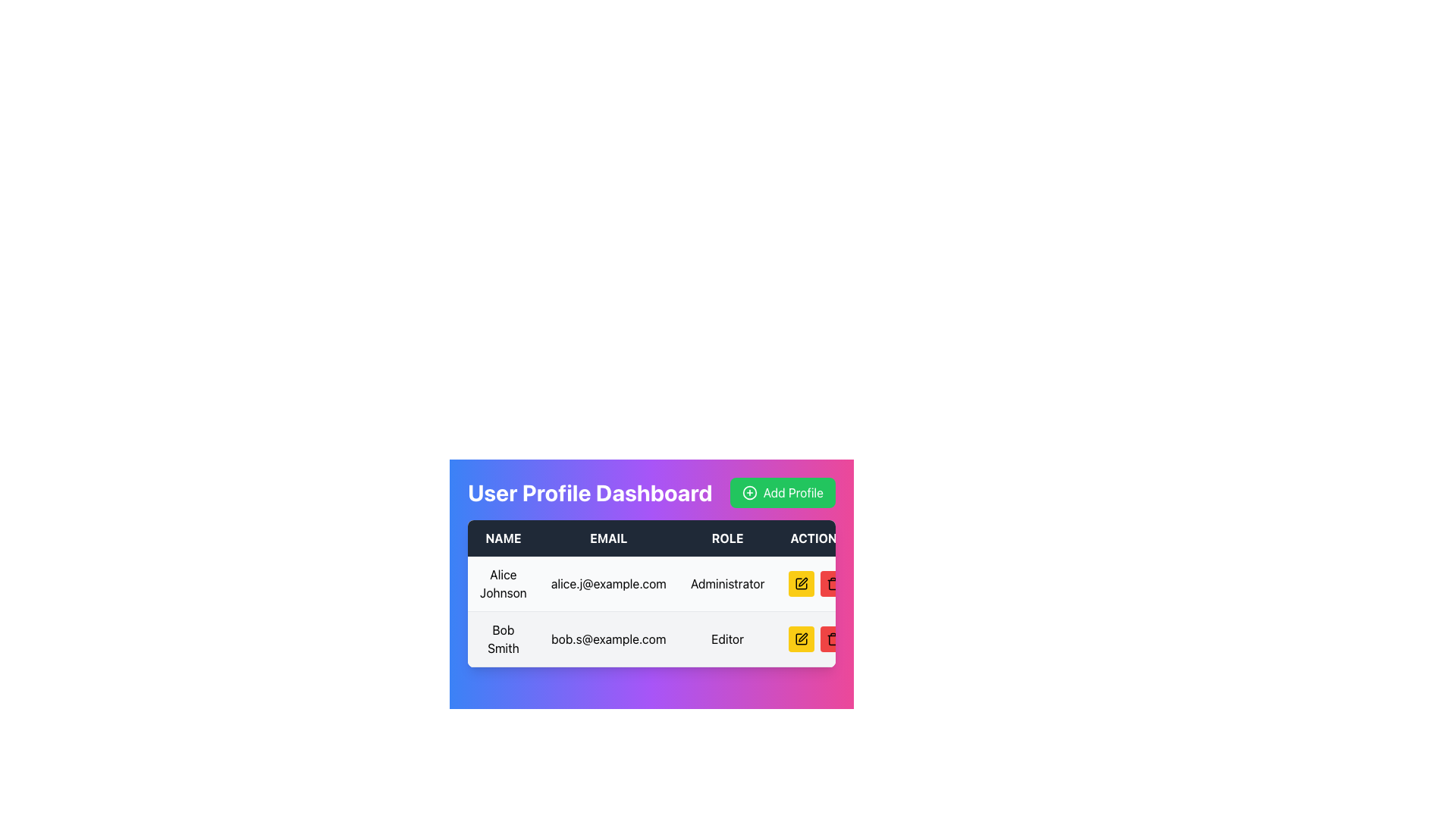 This screenshot has width=1456, height=819. I want to click on the Text Label indicating the user's role as 'Administrator' in the table row corresponding to 'Alice Johnson', so click(726, 583).